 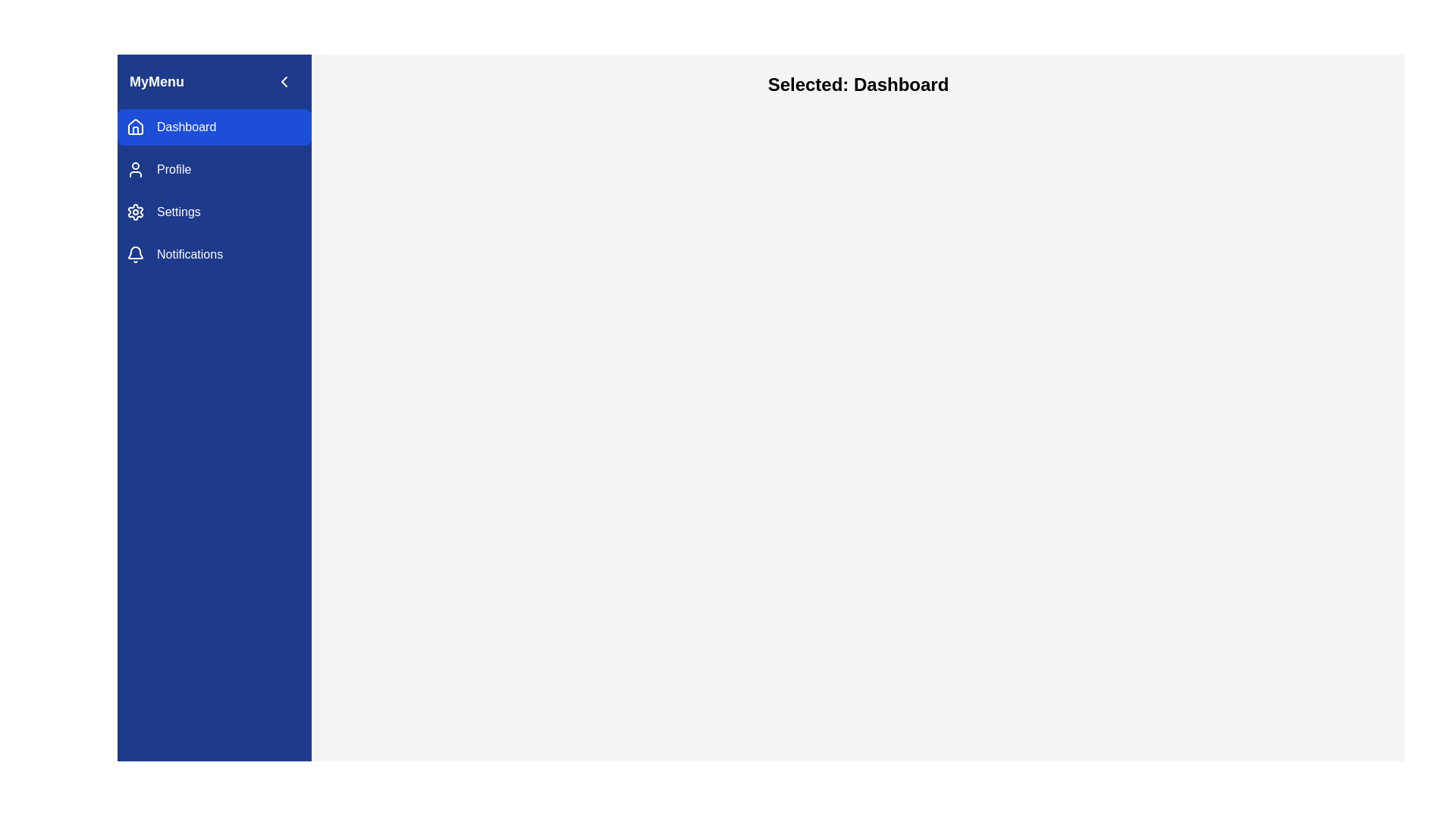 I want to click on the person icon located to the left of the 'Profile' text in the vertical menu on the left panel of the interface, so click(x=135, y=169).